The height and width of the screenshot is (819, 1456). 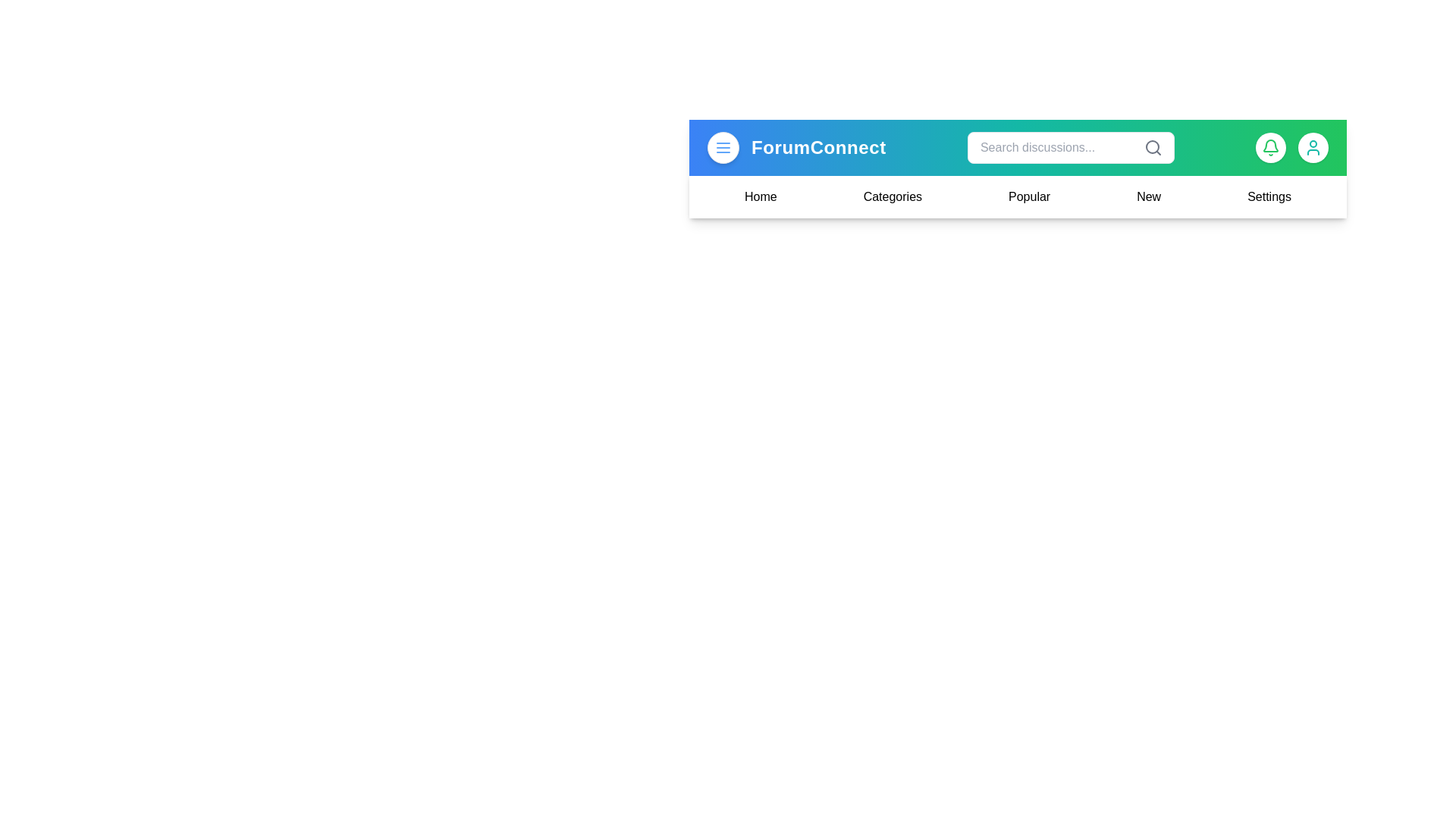 I want to click on the navigation option Categories from the menu, so click(x=893, y=196).